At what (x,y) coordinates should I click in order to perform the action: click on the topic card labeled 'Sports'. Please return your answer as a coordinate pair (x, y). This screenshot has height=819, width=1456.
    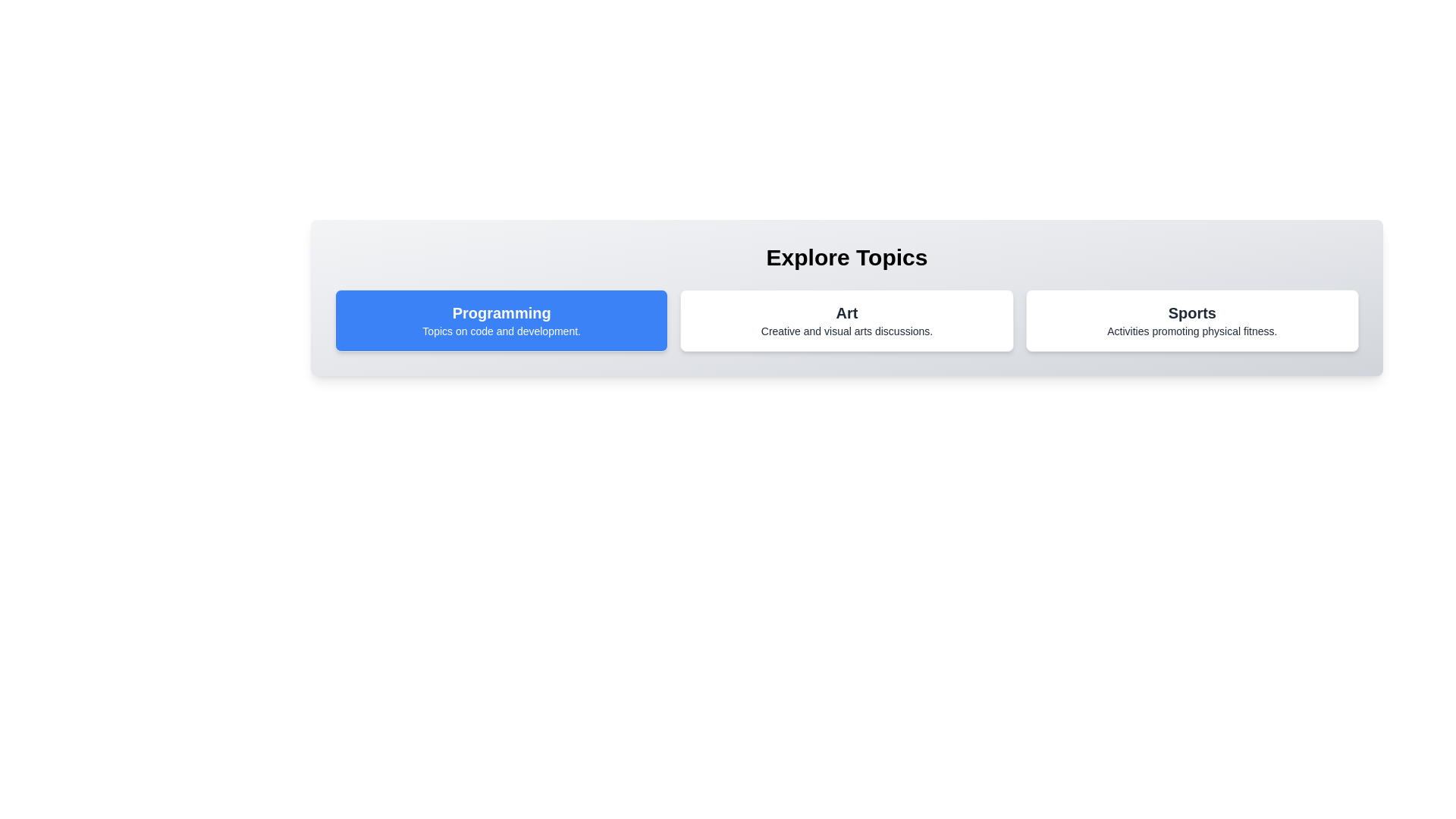
    Looking at the image, I should click on (1191, 320).